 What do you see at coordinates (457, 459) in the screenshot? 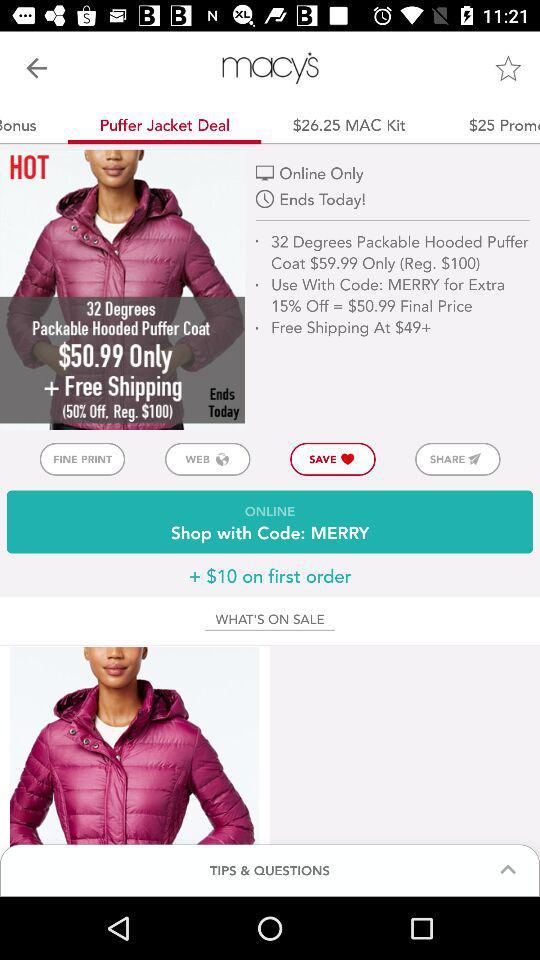
I see `the share on the right` at bounding box center [457, 459].